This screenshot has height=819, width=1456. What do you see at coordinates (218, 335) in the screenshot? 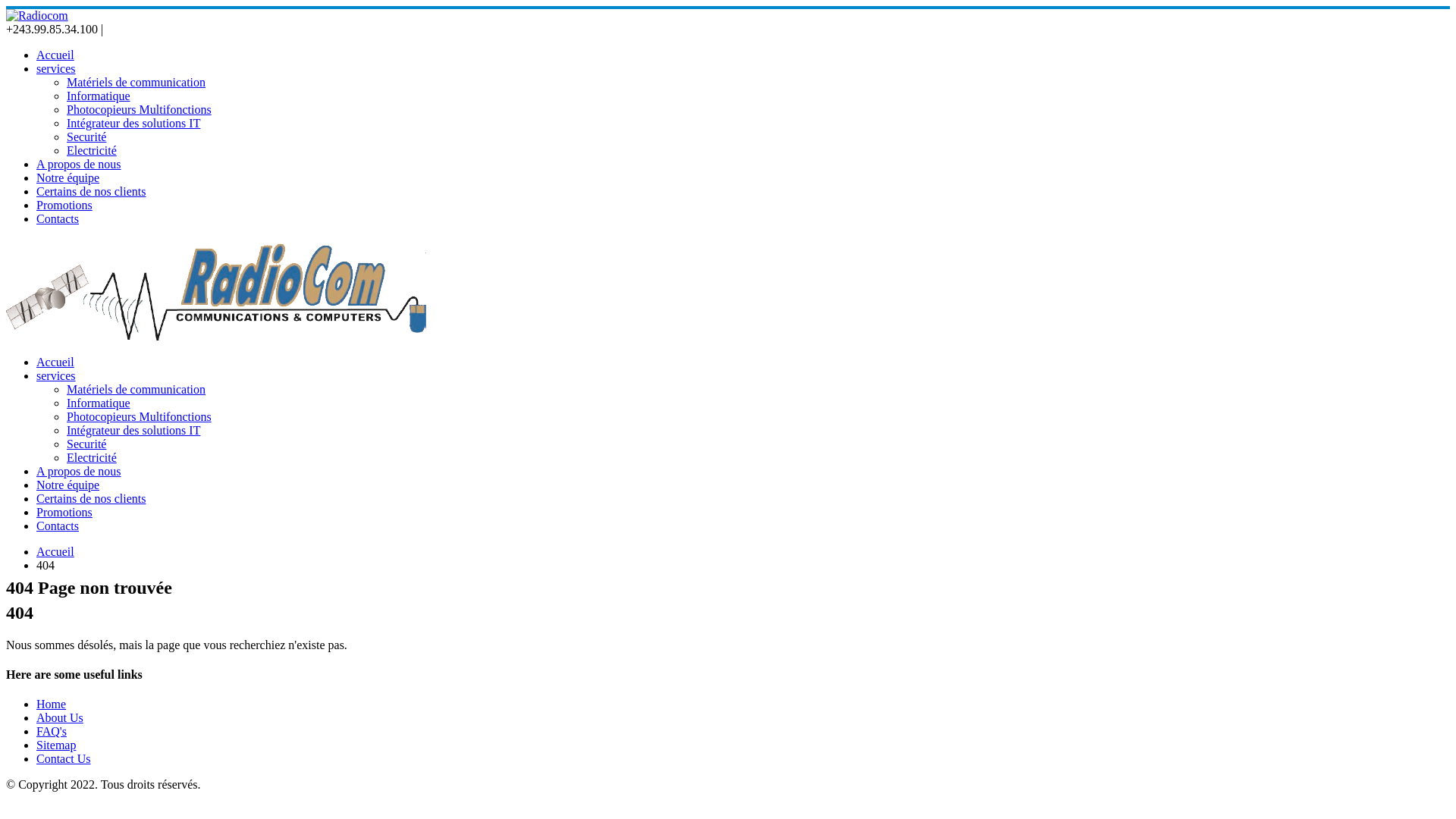
I see `'Radiocom - Communications & Computers'` at bounding box center [218, 335].